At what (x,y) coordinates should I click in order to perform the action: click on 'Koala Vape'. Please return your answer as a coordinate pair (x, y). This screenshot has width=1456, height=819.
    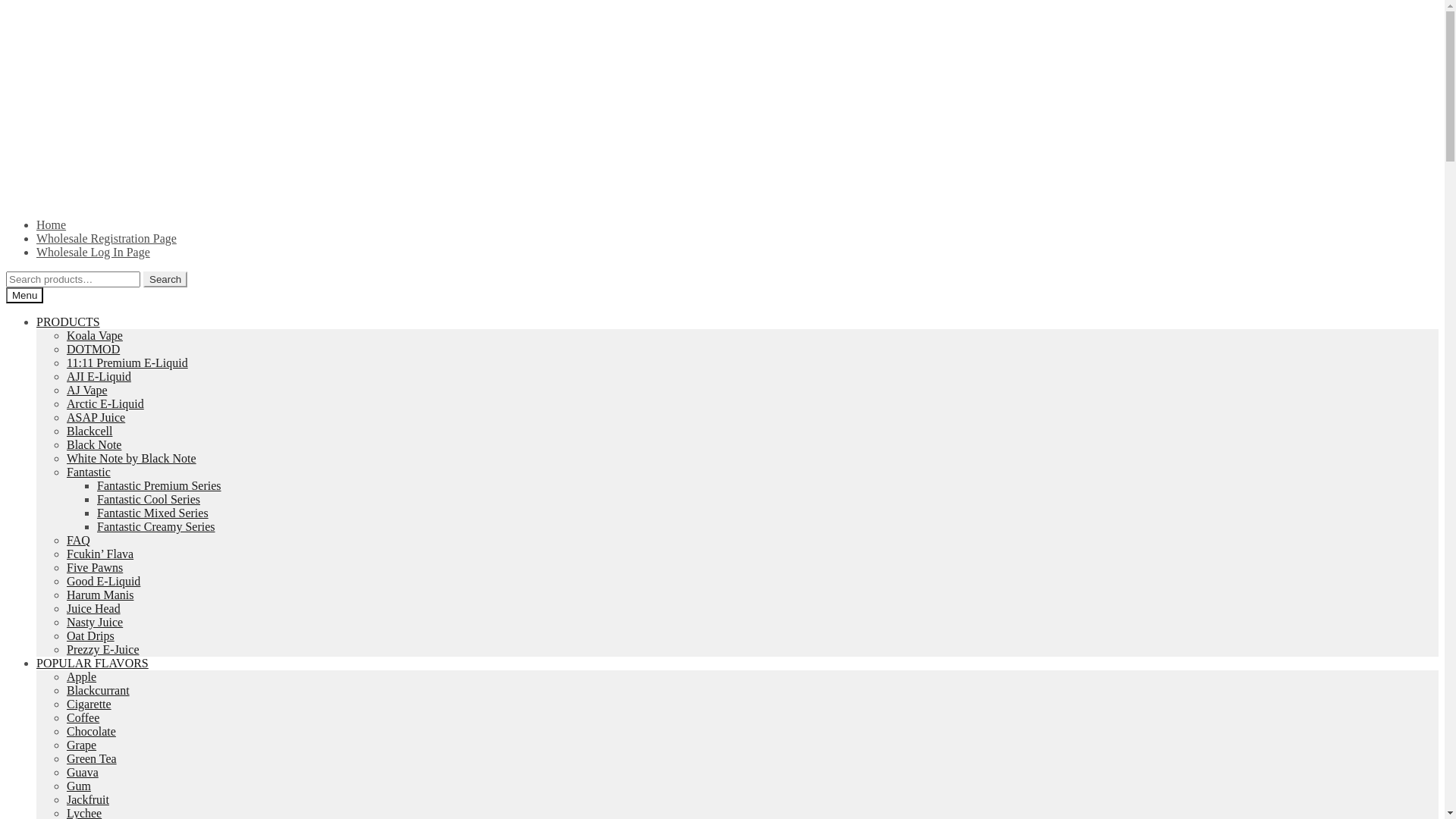
    Looking at the image, I should click on (93, 334).